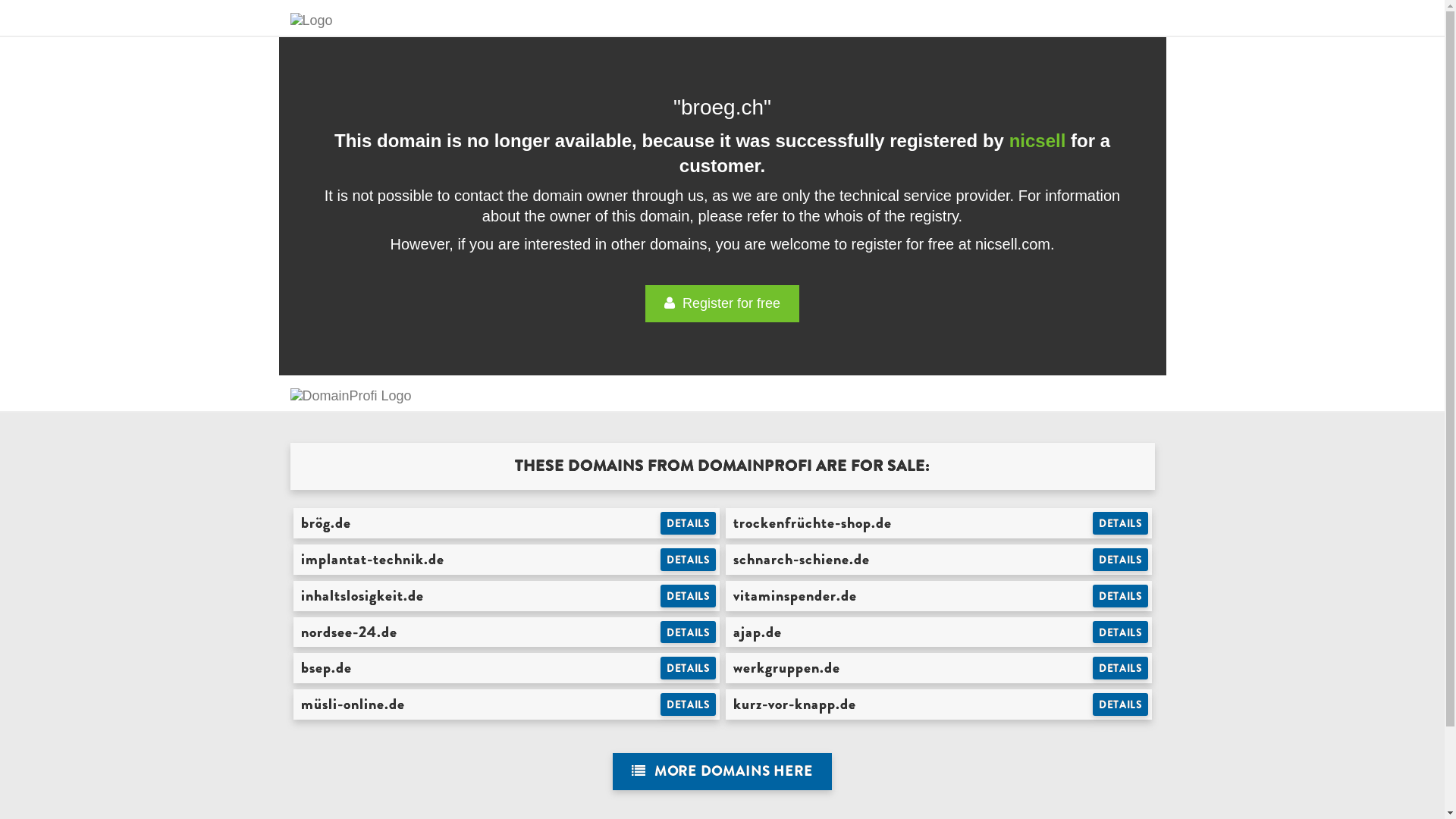 The image size is (1456, 819). What do you see at coordinates (1120, 522) in the screenshot?
I see `'DETAILS'` at bounding box center [1120, 522].